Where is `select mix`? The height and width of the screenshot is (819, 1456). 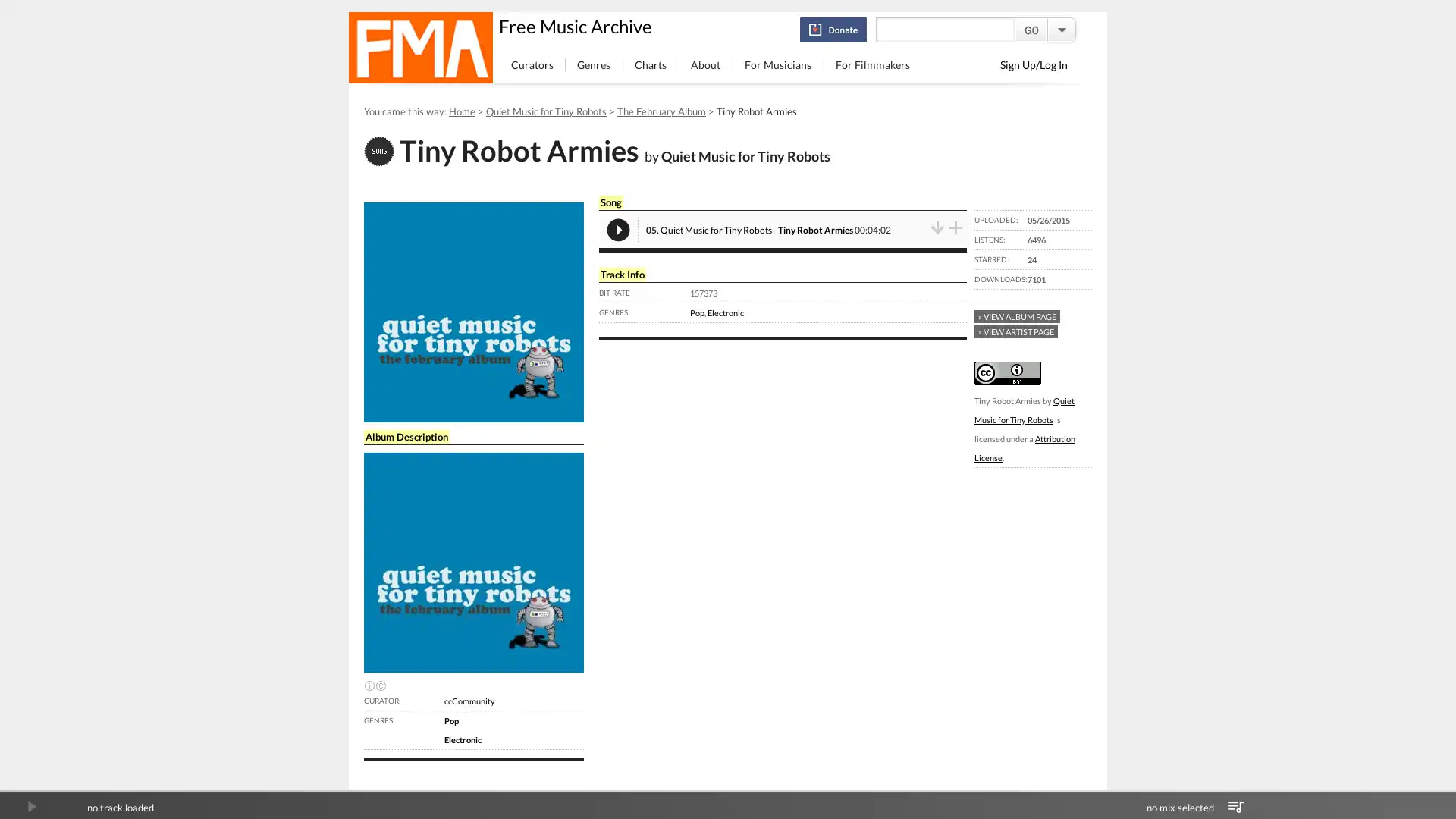
select mix is located at coordinates (1235, 806).